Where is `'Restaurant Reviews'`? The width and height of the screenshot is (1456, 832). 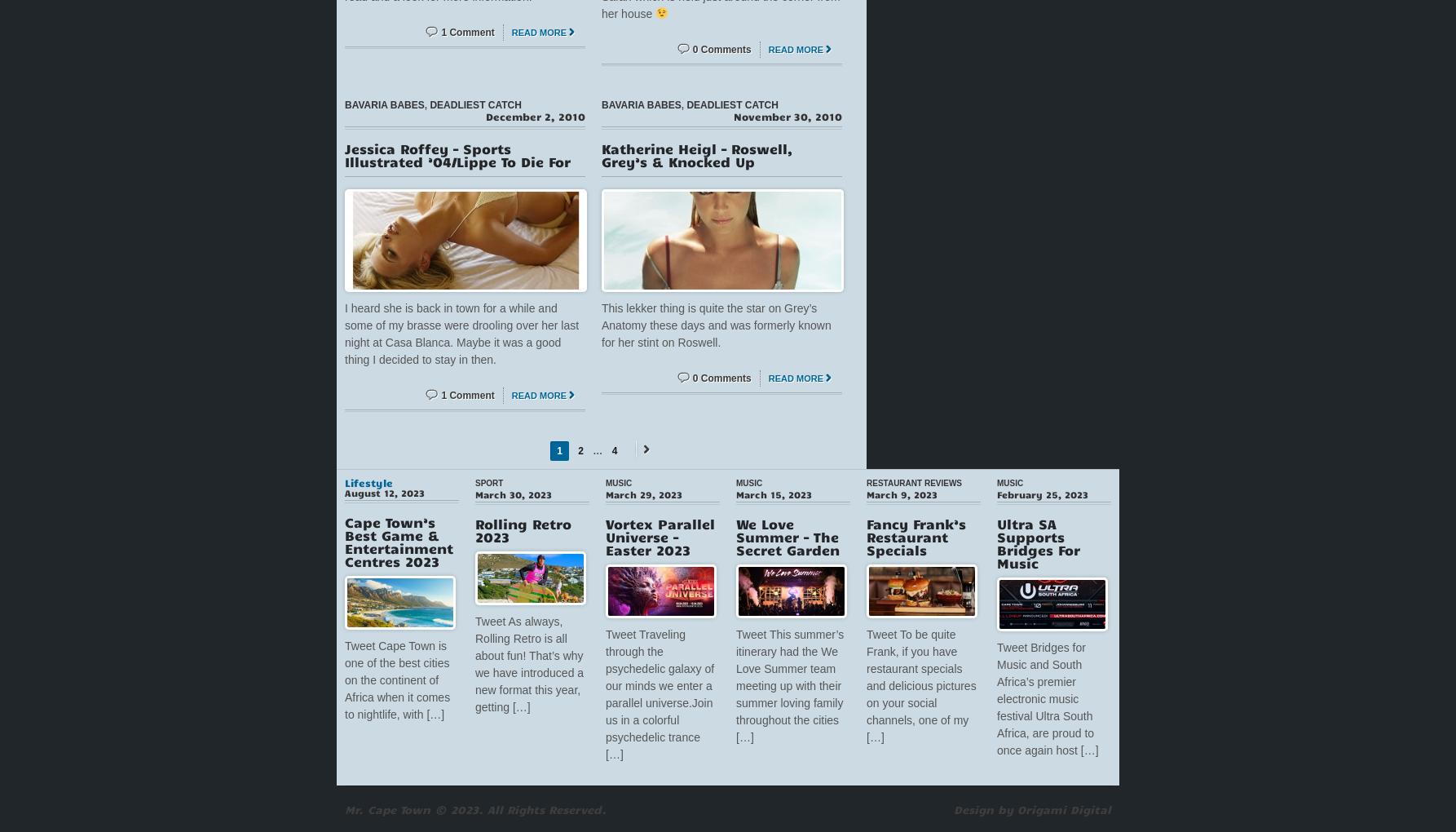
'Restaurant Reviews' is located at coordinates (913, 482).